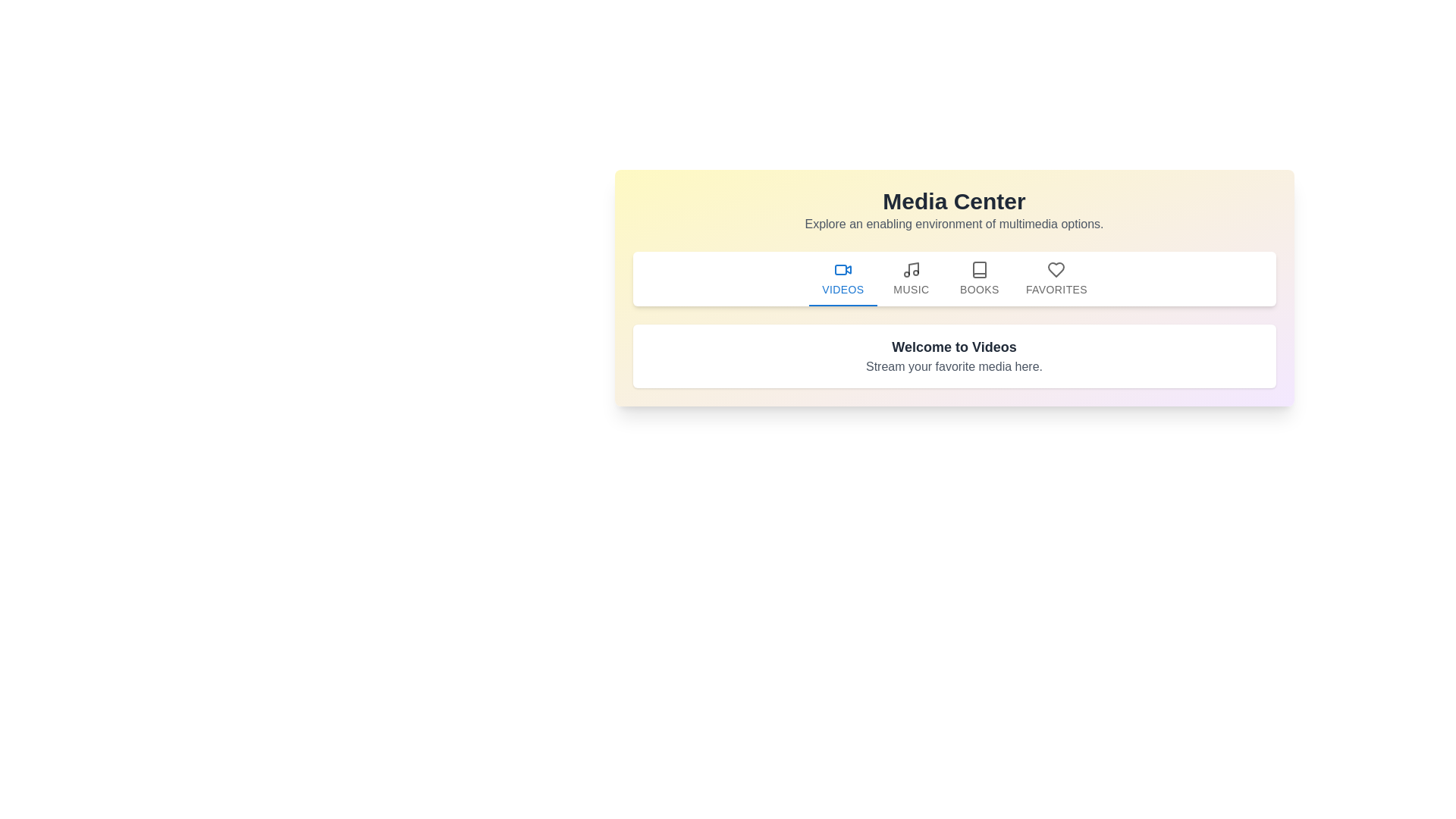 The height and width of the screenshot is (819, 1456). Describe the element at coordinates (842, 305) in the screenshot. I see `the Active tab indicator located beneath the 'Videos' tab in the tab navigation menu to visually indicate it as the currently active tab` at that location.